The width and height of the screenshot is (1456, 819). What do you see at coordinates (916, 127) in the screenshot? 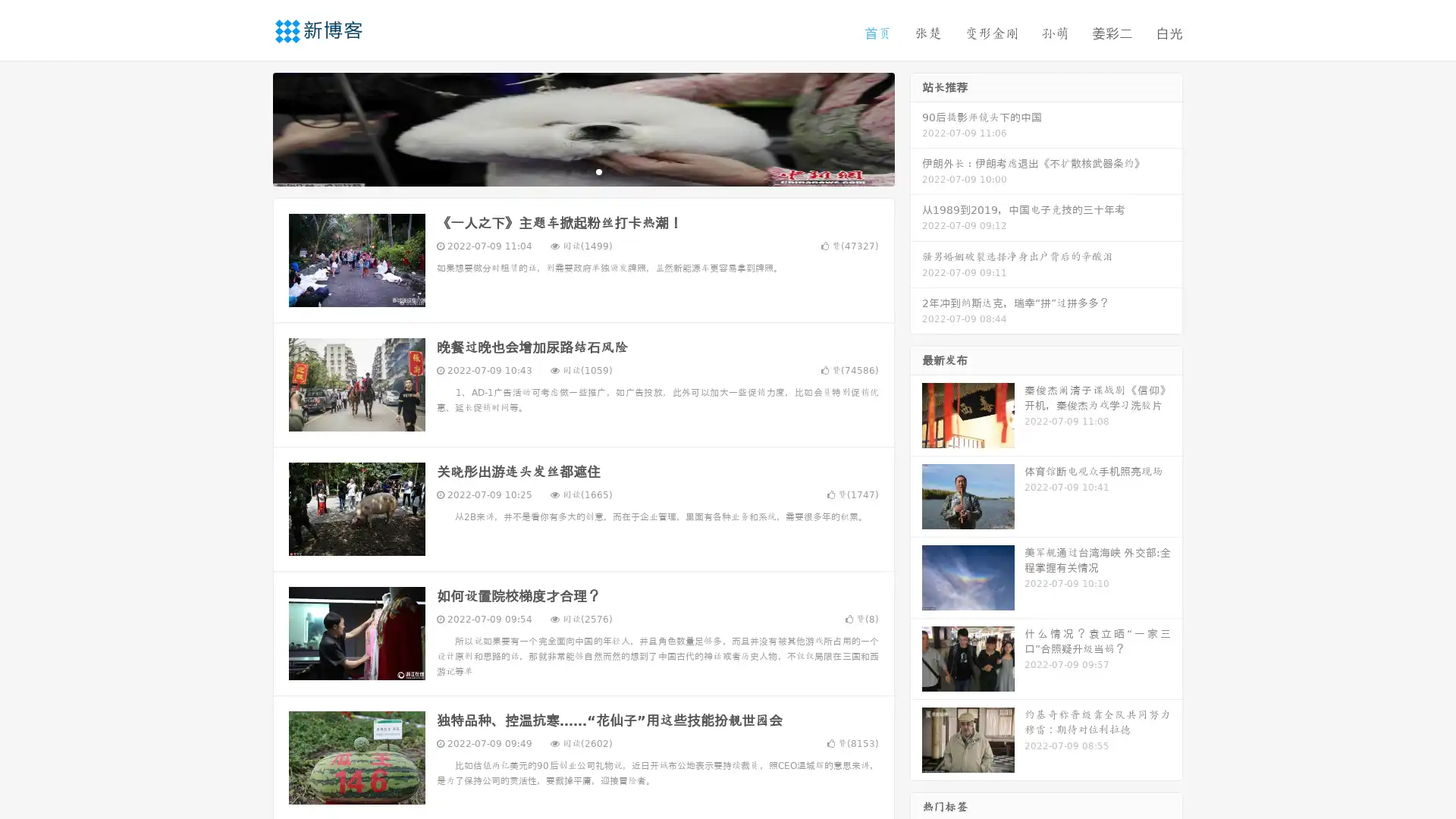
I see `Next slide` at bounding box center [916, 127].